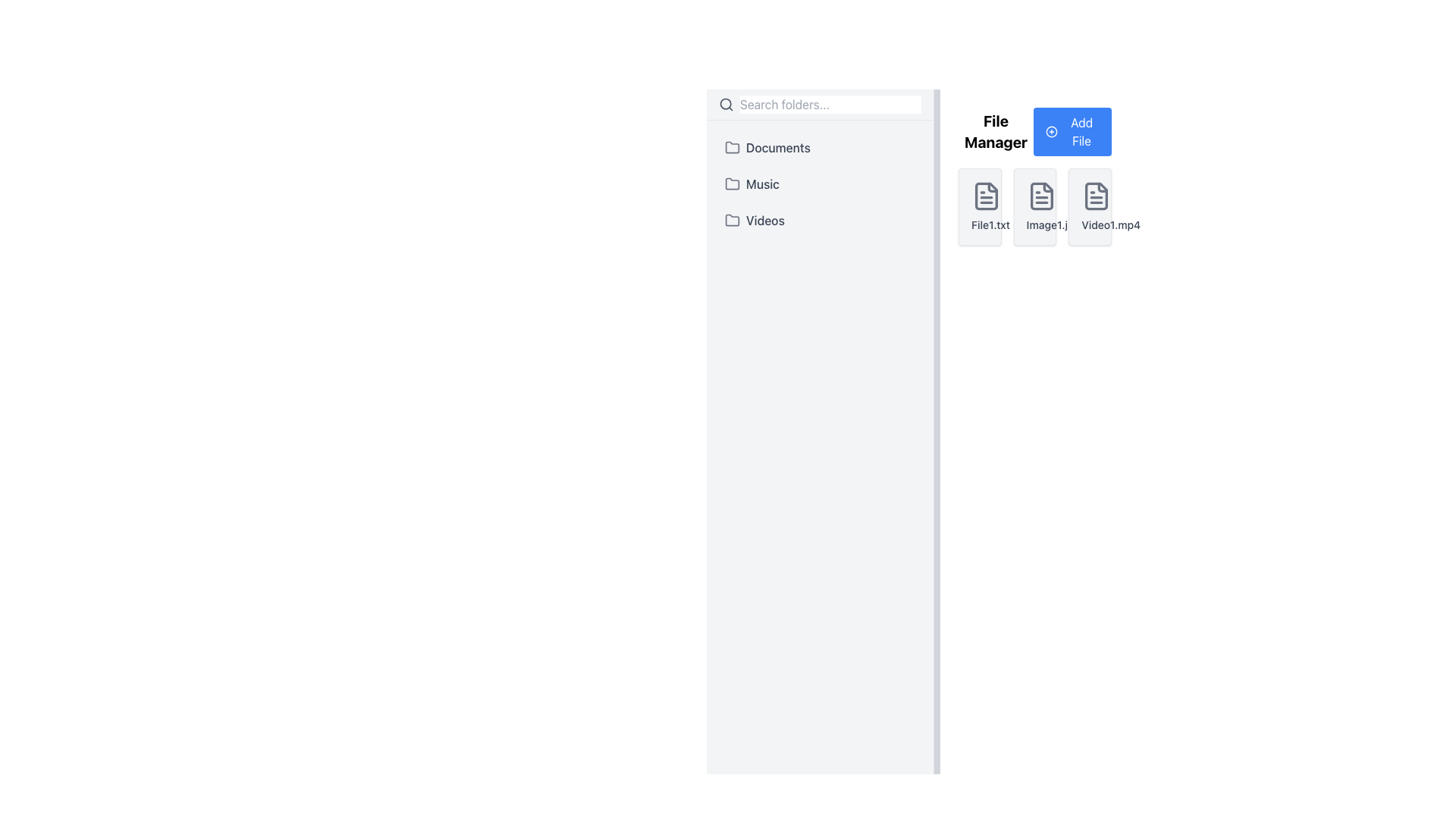  What do you see at coordinates (1040, 195) in the screenshot?
I see `the file icon styled as a document with a folded corner, located within the card labeled 'Image1.jpg'` at bounding box center [1040, 195].